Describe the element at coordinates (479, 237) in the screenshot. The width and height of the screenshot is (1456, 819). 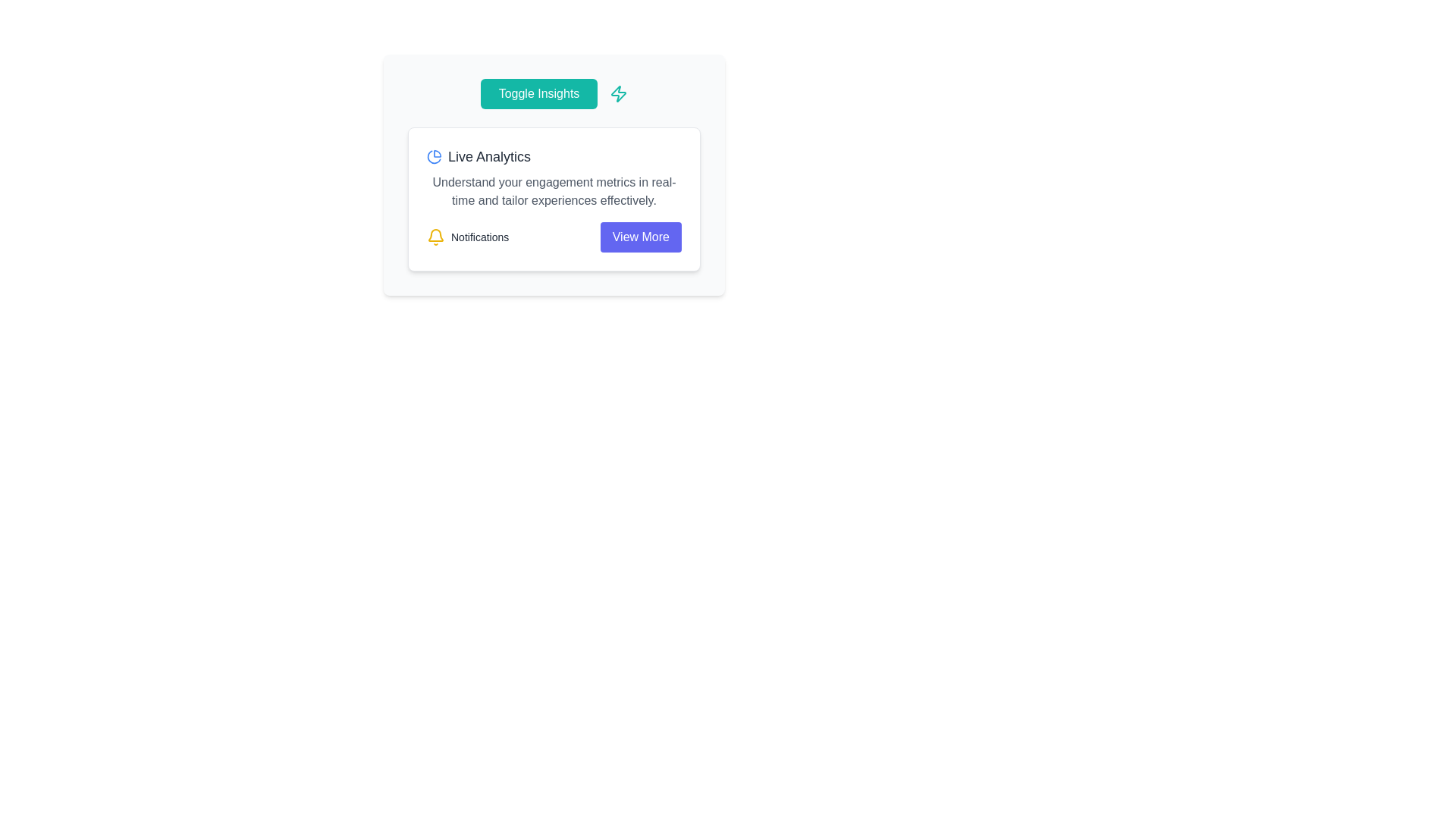
I see `the 'Notifications' text label, which is styled with a small, dense font and is gray in color, located to the right of a yellow bell icon` at that location.